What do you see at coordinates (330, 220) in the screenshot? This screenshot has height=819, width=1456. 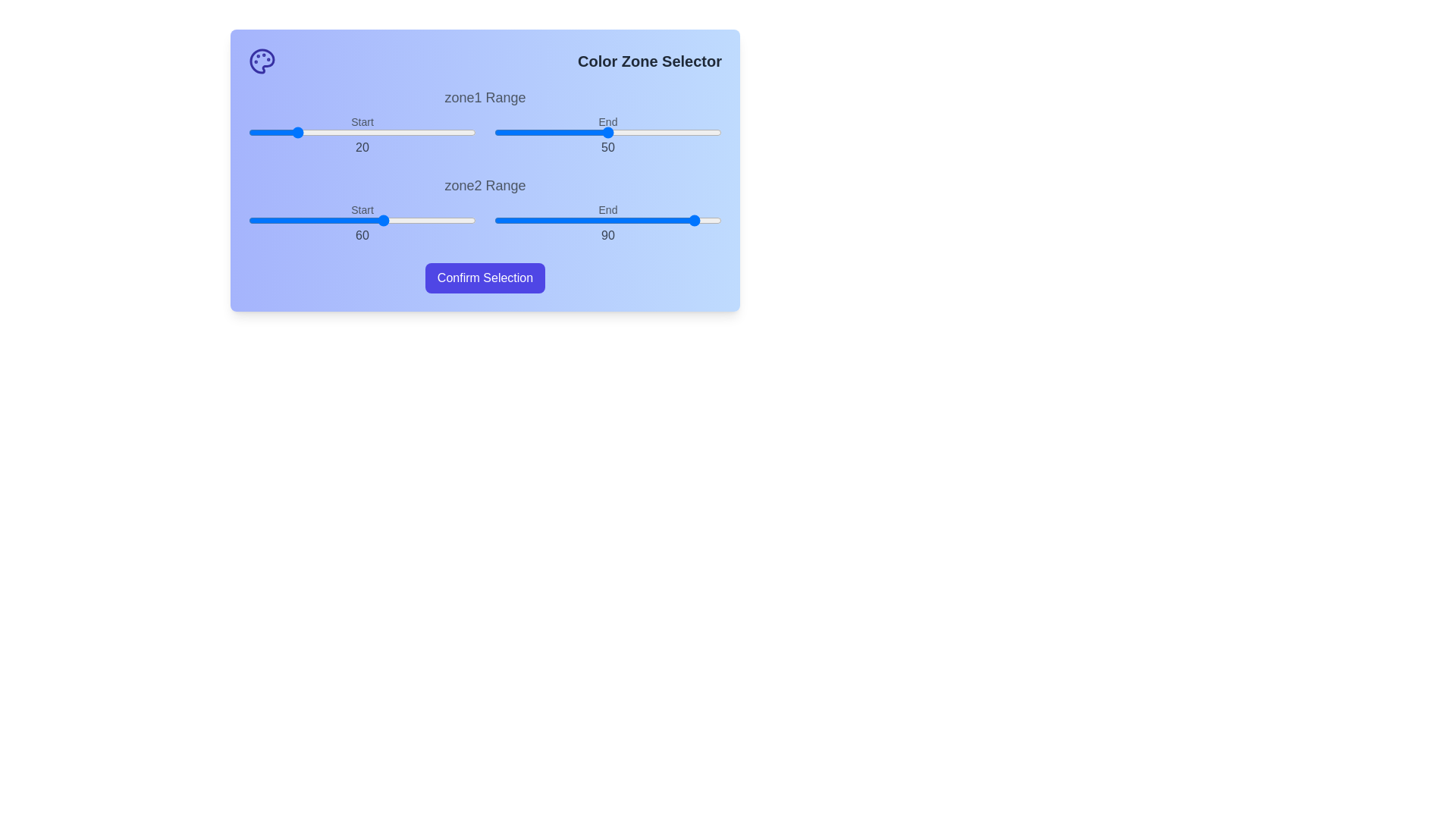 I see `the start range slider for zone2 to 36` at bounding box center [330, 220].